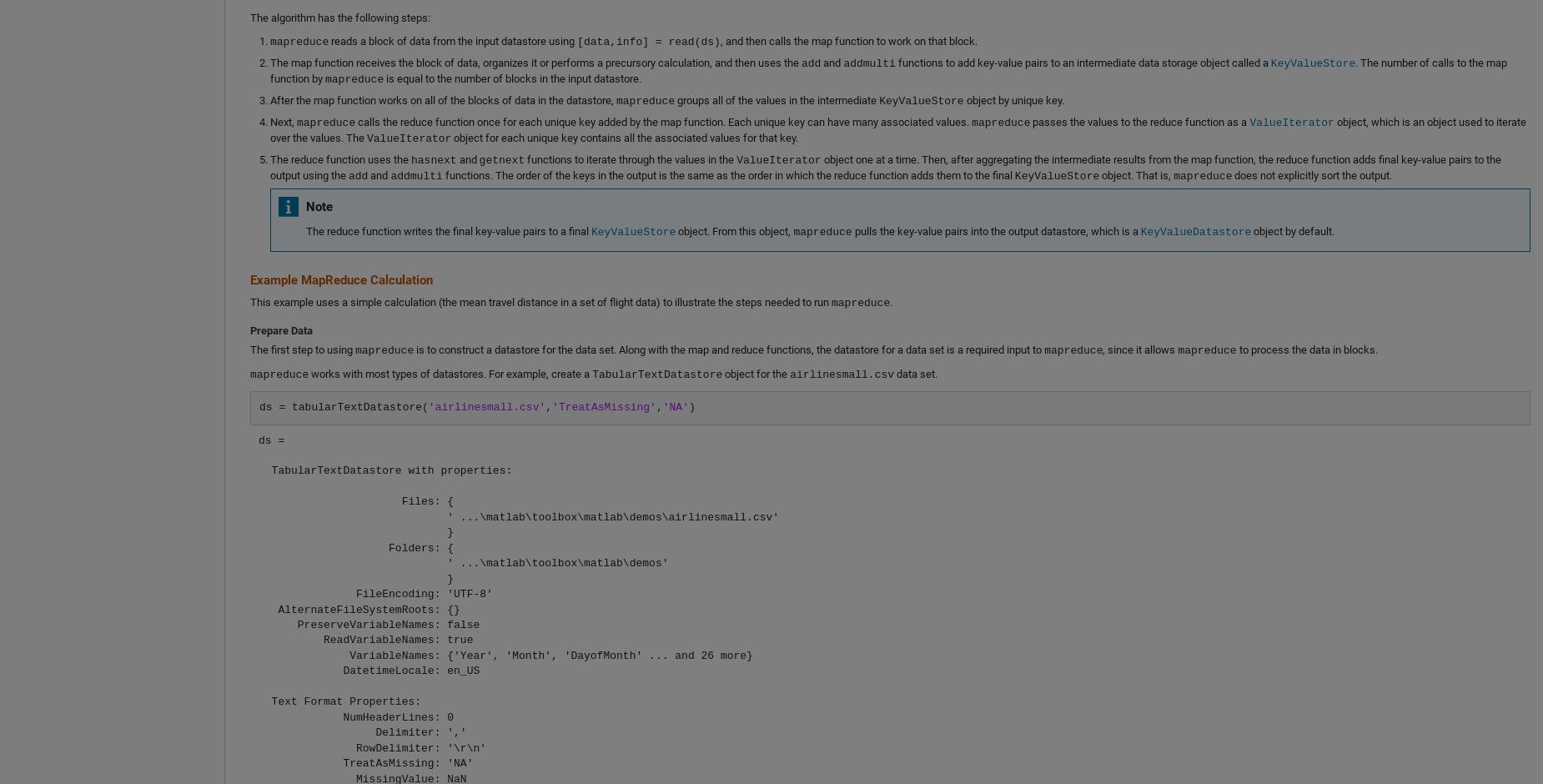 The height and width of the screenshot is (784, 1543). Describe the element at coordinates (283, 120) in the screenshot. I see `'Next,'` at that location.